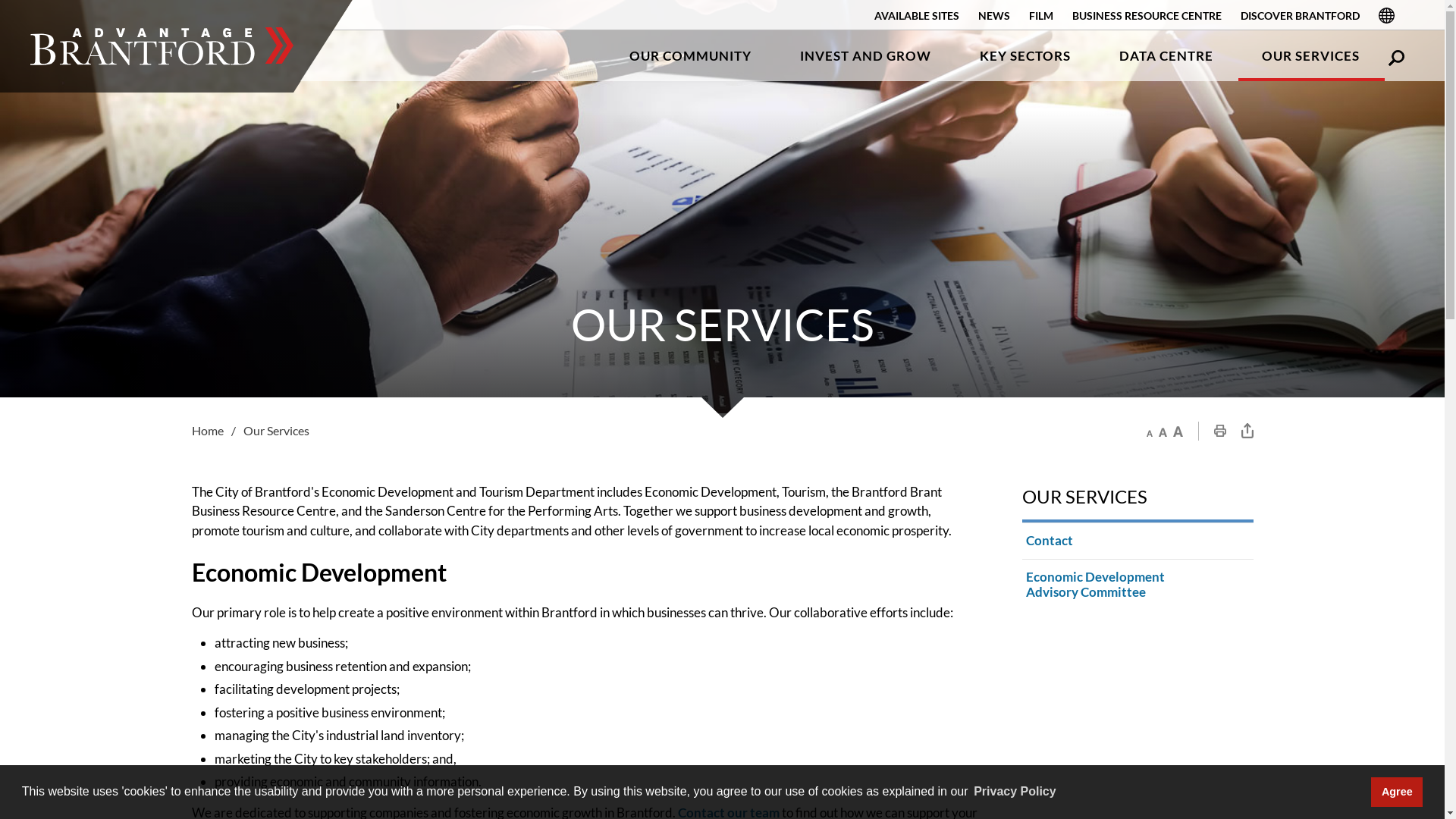 The width and height of the screenshot is (1456, 819). What do you see at coordinates (1246, 430) in the screenshot?
I see `'Share this page'` at bounding box center [1246, 430].